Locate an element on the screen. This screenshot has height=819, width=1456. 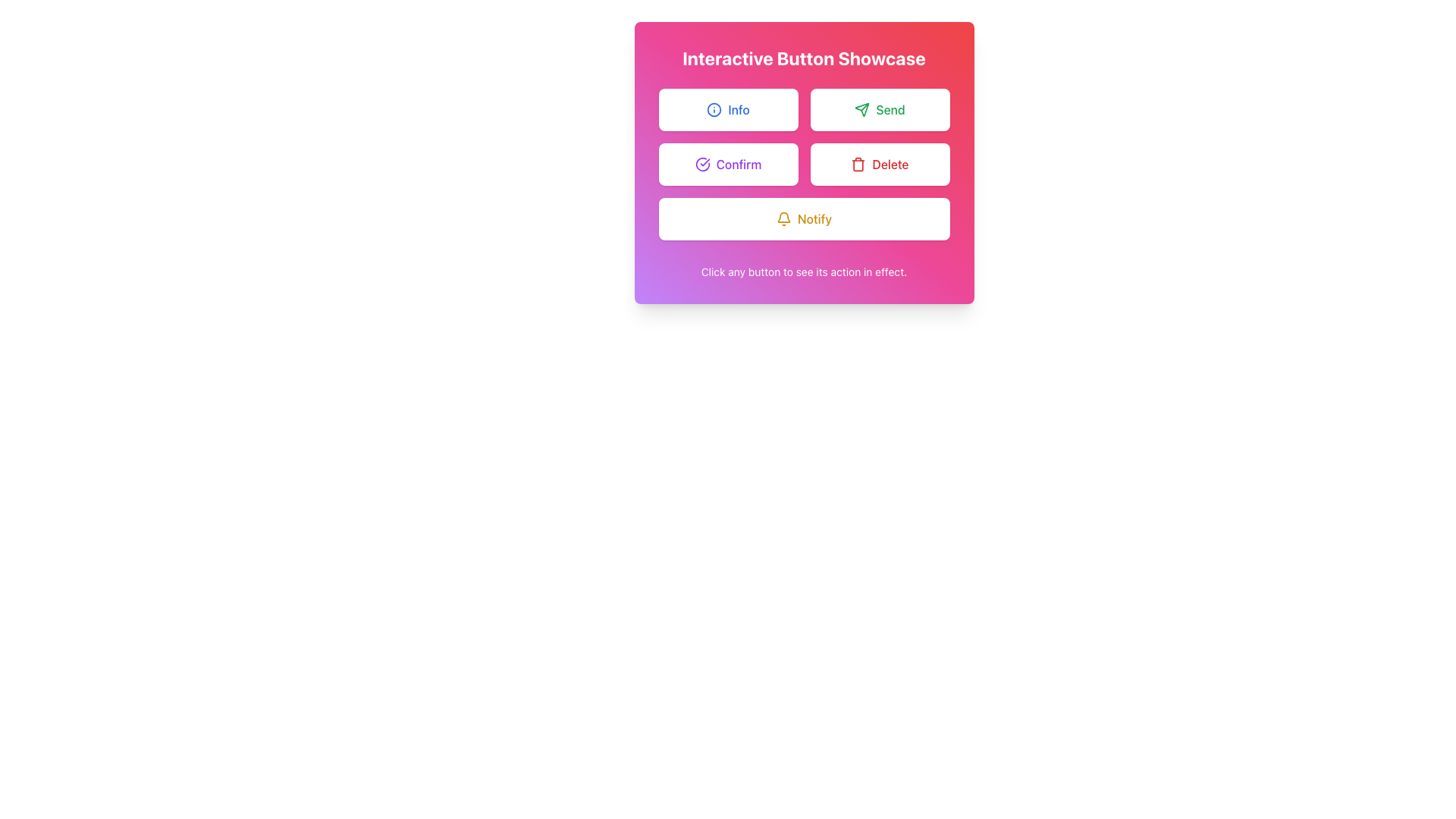
the purple circular icon with a white check mark, located to the left of the 'Confirm' text in the second row of buttons is located at coordinates (701, 164).